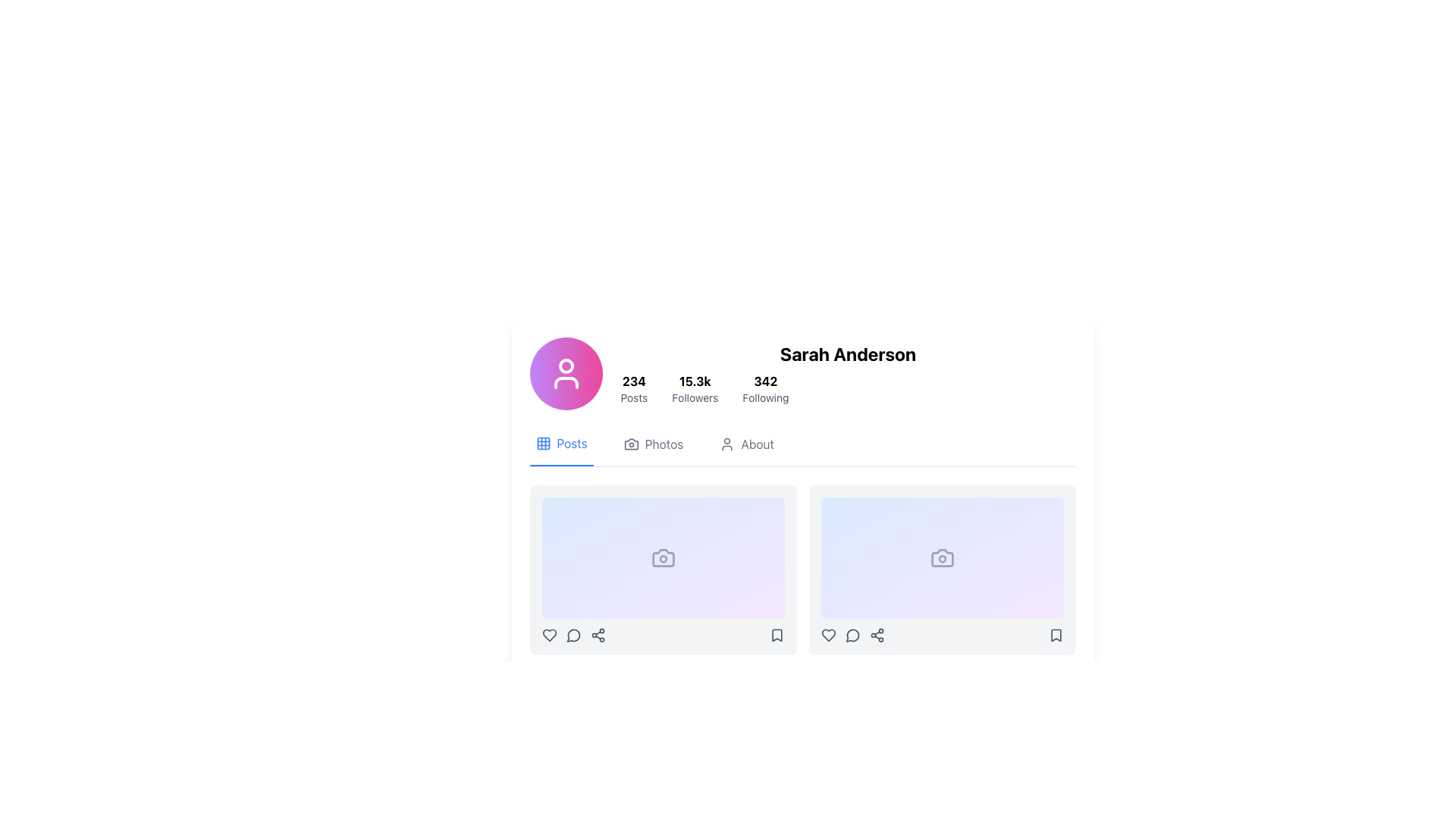  What do you see at coordinates (765, 397) in the screenshot?
I see `the Text label that indicates the number of accounts the user is following, located below the number '342' in the profile statistics section` at bounding box center [765, 397].